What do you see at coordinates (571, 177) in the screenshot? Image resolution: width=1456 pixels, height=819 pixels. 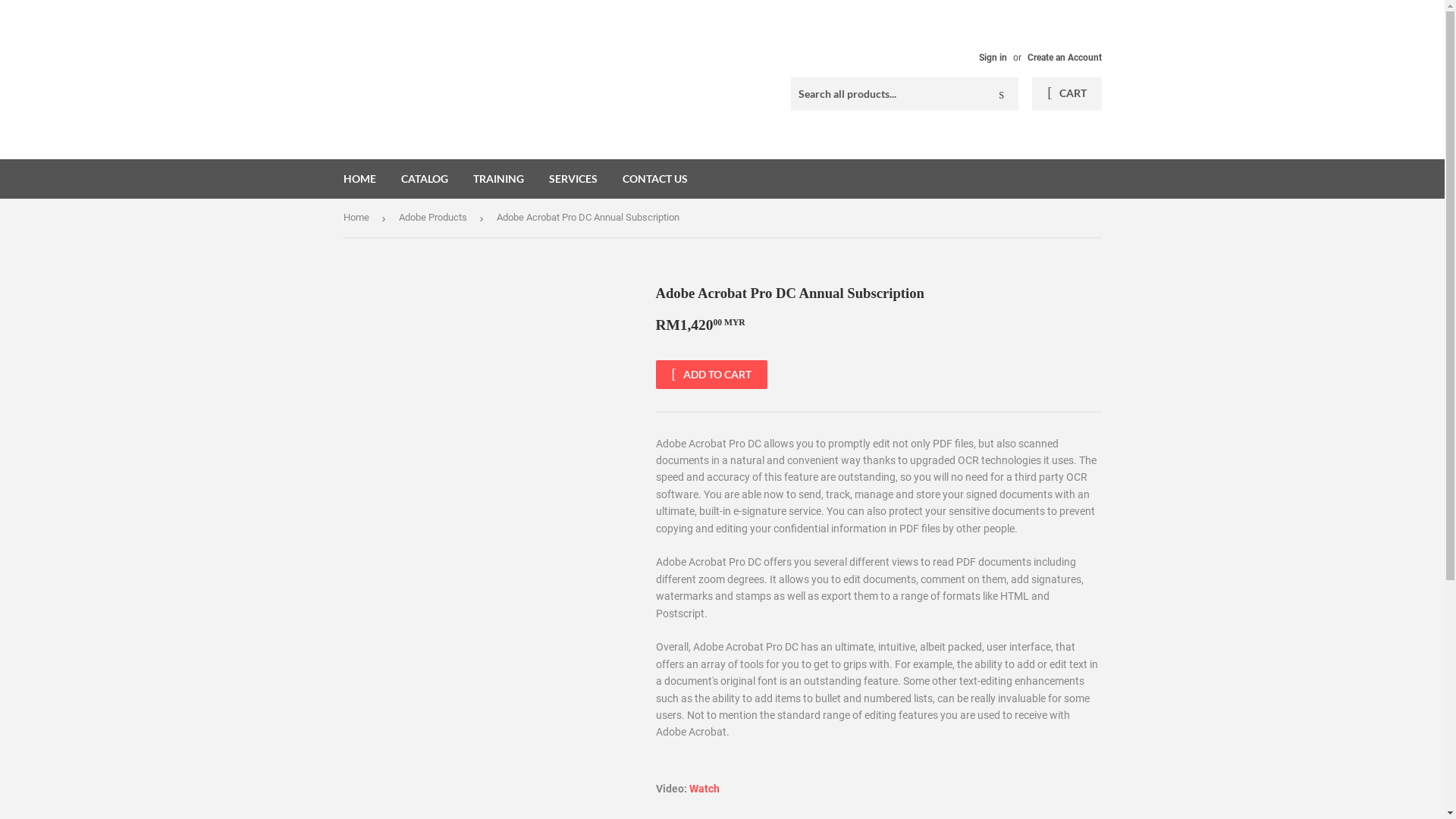 I see `'SERVICES'` at bounding box center [571, 177].